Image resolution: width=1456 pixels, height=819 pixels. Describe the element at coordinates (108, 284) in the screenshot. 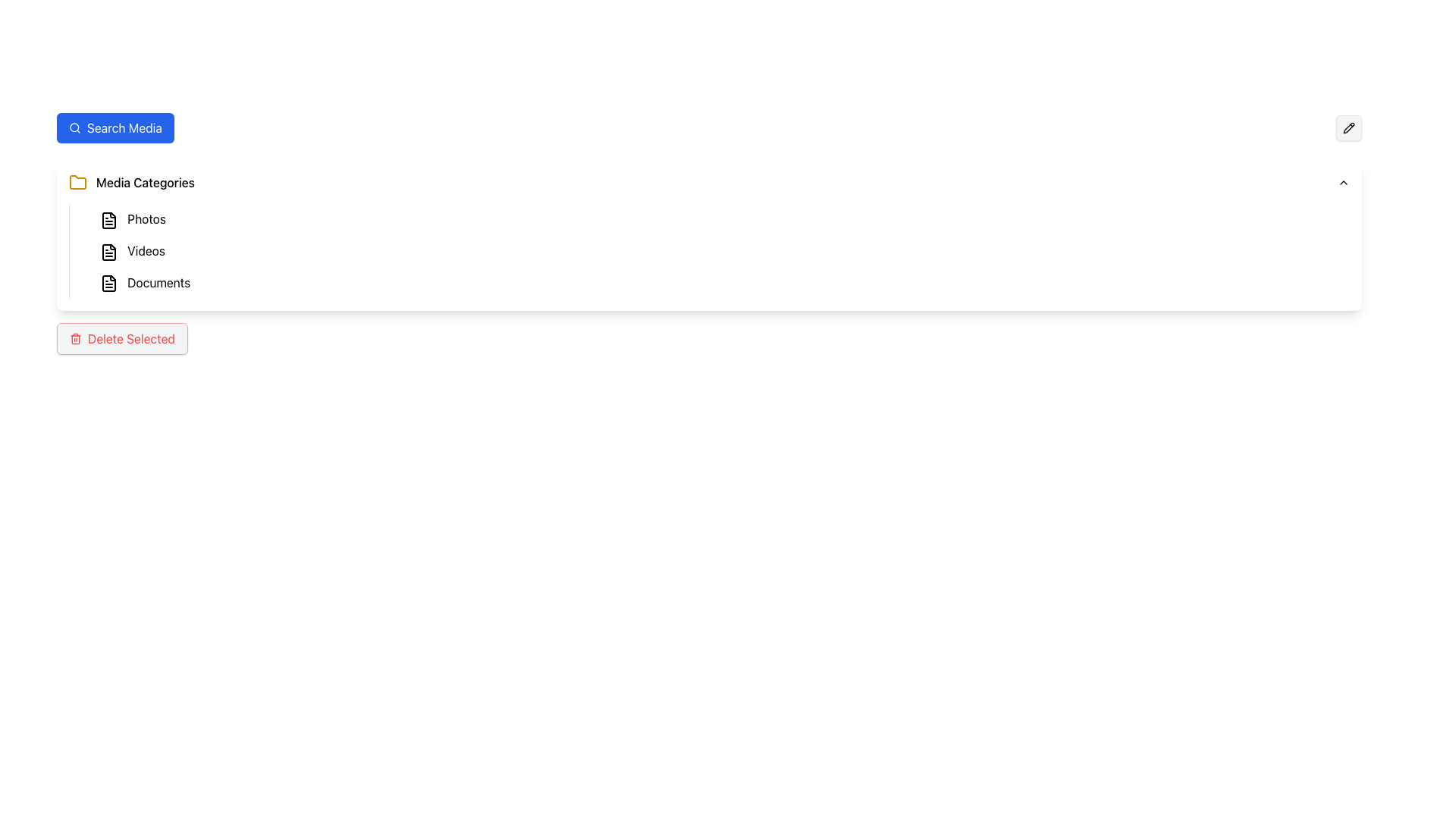

I see `the first SVG icon representing the 'Documents' media category in the list on the left side` at that location.